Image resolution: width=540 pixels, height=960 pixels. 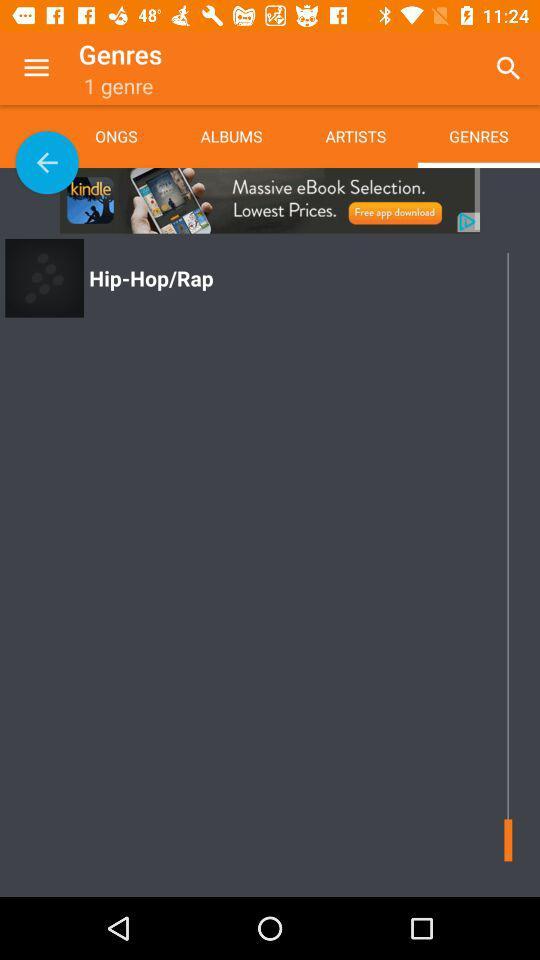 What do you see at coordinates (36, 68) in the screenshot?
I see `the app to the left of genres` at bounding box center [36, 68].